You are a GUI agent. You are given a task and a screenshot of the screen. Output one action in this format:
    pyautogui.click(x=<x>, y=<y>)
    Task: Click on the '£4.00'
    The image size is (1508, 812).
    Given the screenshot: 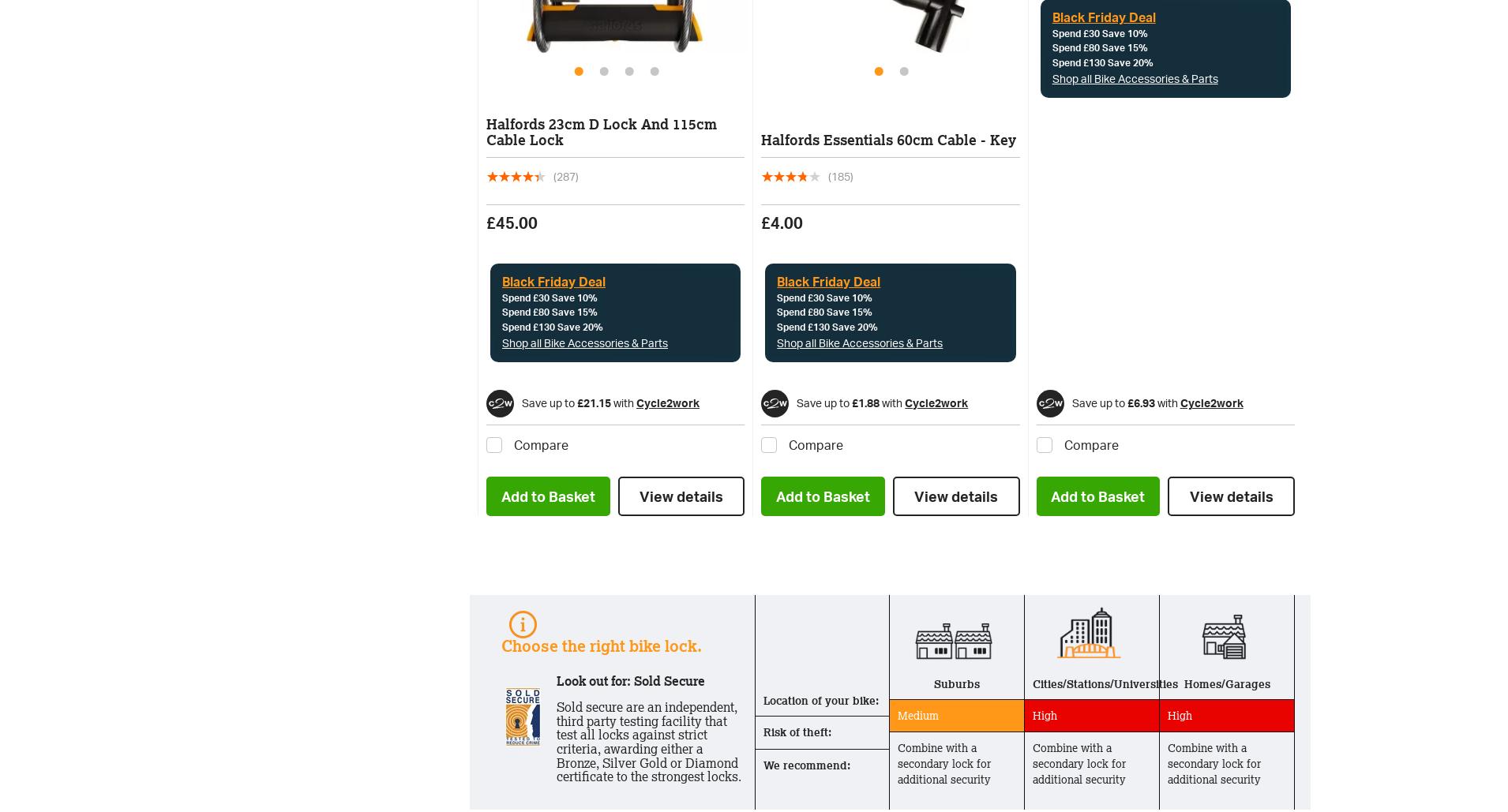 What is the action you would take?
    pyautogui.click(x=781, y=221)
    